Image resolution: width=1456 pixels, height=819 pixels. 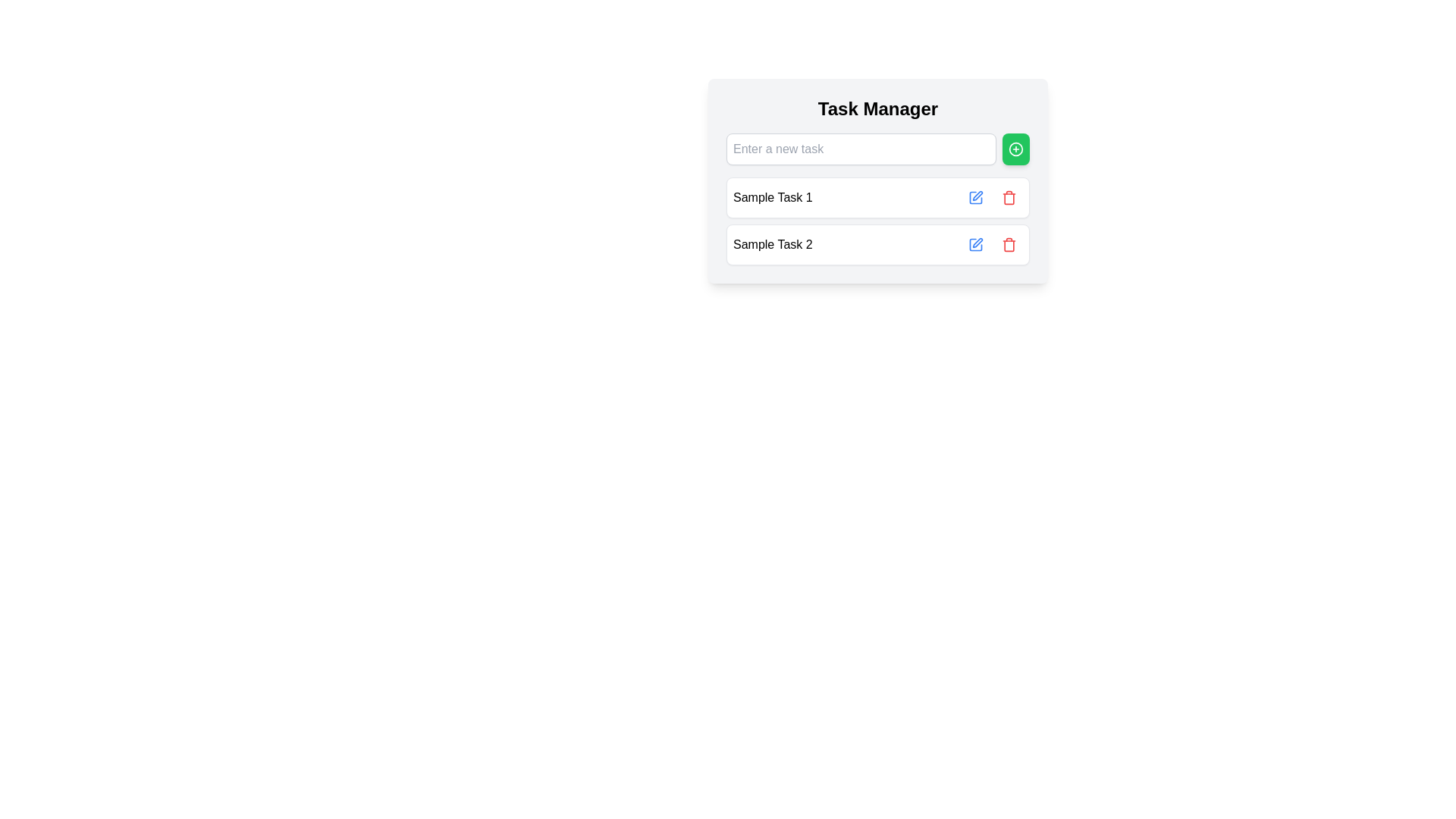 What do you see at coordinates (1015, 149) in the screenshot?
I see `the 'Add Task' button located to the right of the 'Enter a new task' input field` at bounding box center [1015, 149].